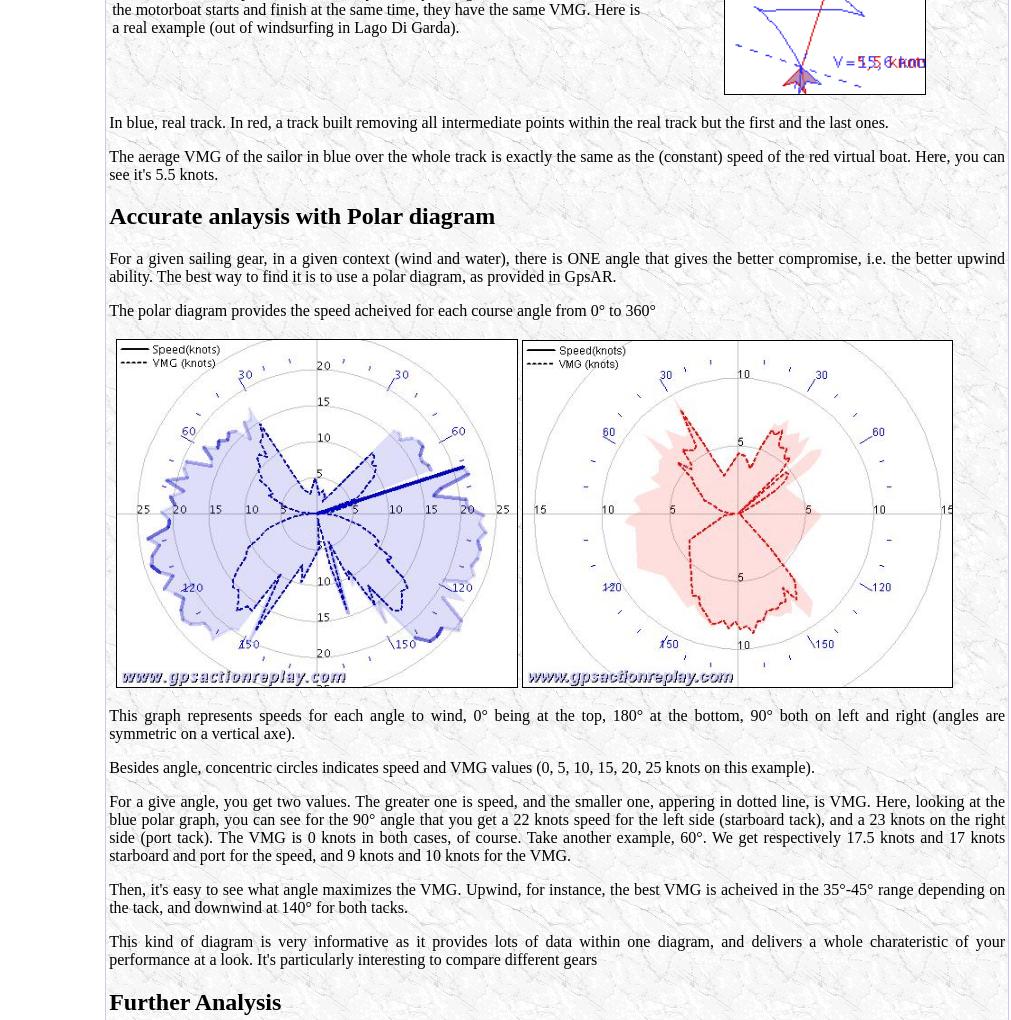 The height and width of the screenshot is (1020, 1011). Describe the element at coordinates (195, 1002) in the screenshot. I see `'Further Analysis'` at that location.